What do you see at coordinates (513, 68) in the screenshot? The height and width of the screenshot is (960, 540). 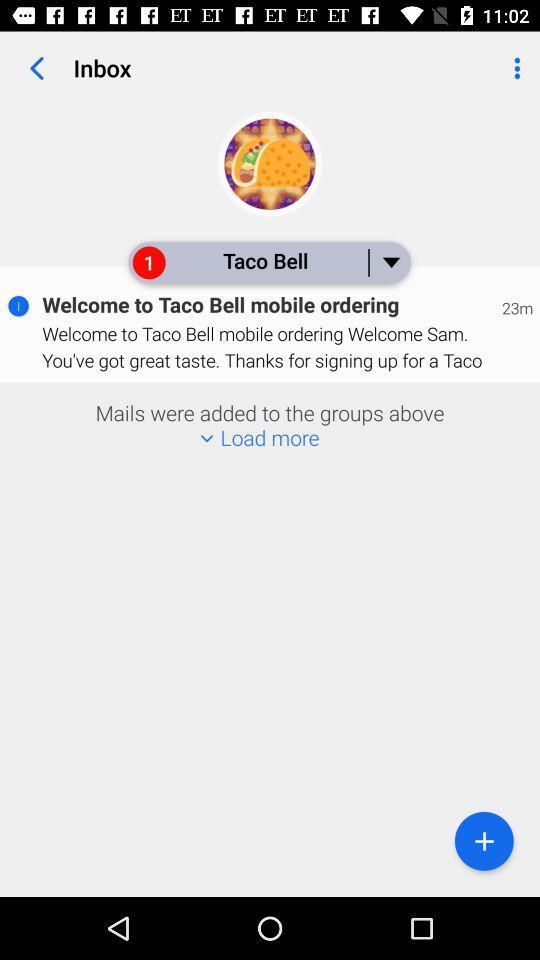 I see `the item next to inbox item` at bounding box center [513, 68].